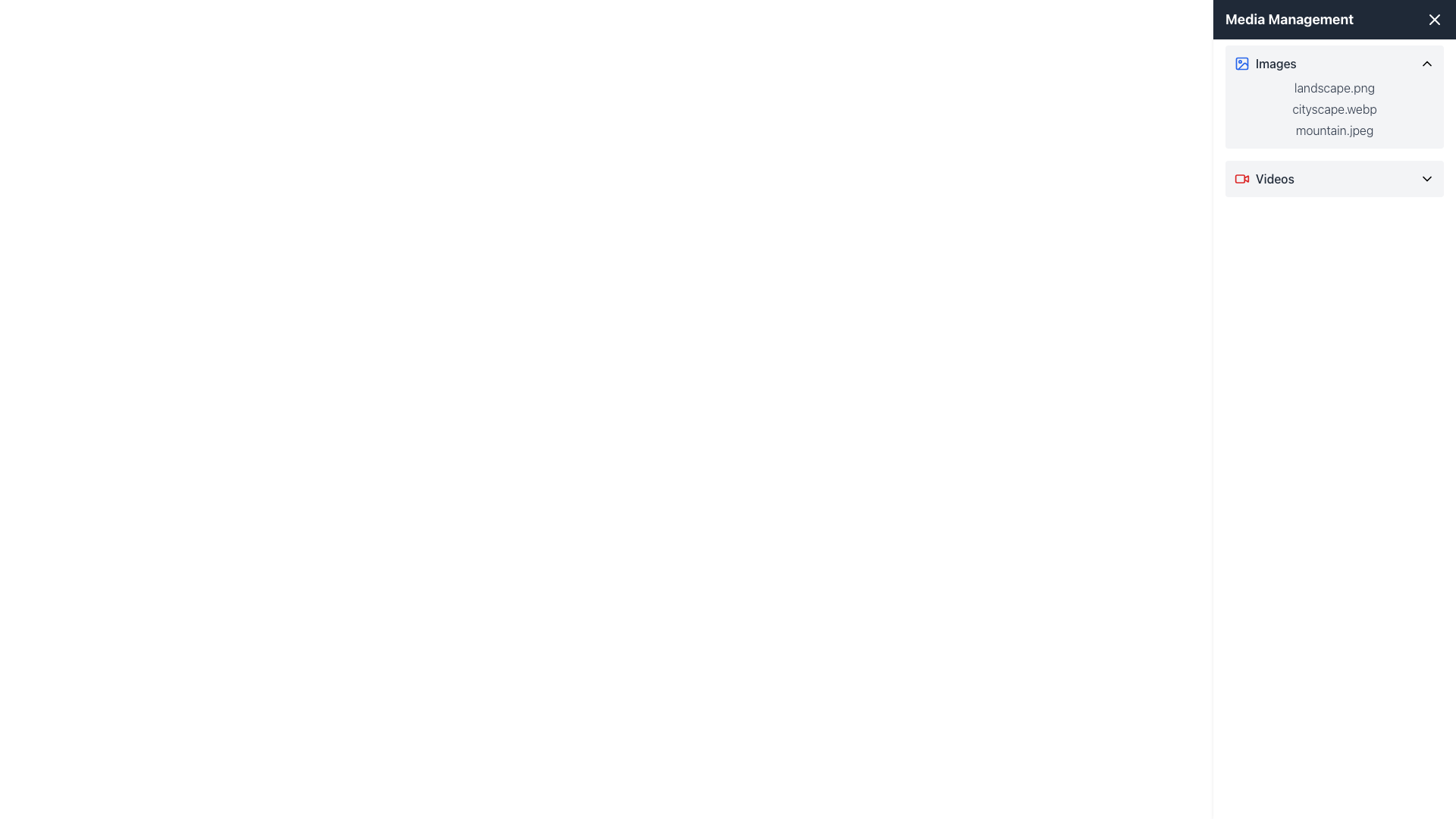 The image size is (1456, 819). I want to click on to select the file labeled 'mountain.jpeg' displayed in gray font within the 'Media Management' sidebar, specifically the third item under the 'Images' section, so click(1335, 130).